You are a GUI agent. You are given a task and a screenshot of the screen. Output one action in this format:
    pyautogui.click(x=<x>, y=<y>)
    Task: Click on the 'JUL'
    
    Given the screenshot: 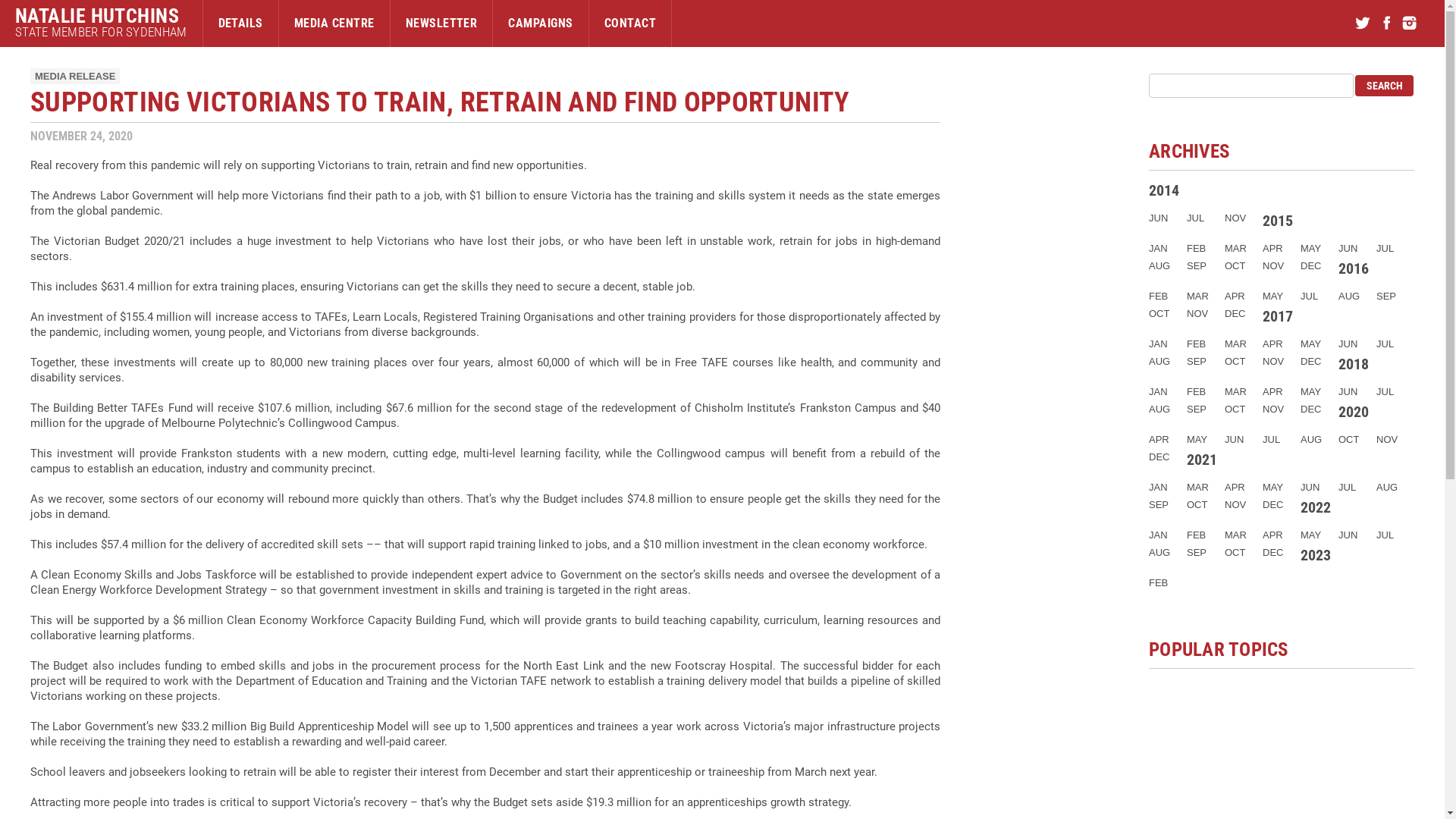 What is the action you would take?
    pyautogui.click(x=1194, y=218)
    